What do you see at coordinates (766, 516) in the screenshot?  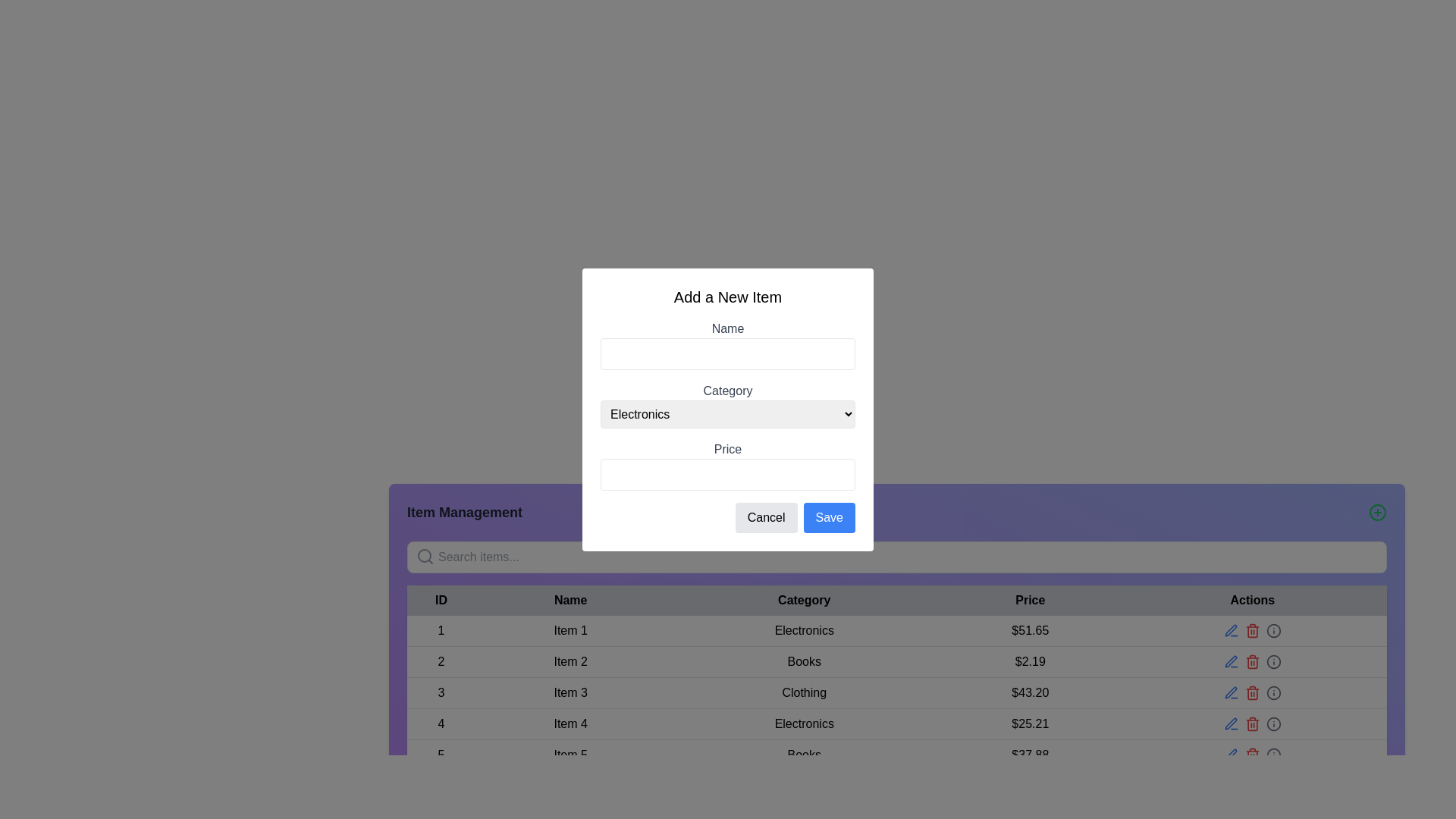 I see `the cancel button located at the bottom center of the dialog box, which is aligned to the left of the 'Save' button` at bounding box center [766, 516].